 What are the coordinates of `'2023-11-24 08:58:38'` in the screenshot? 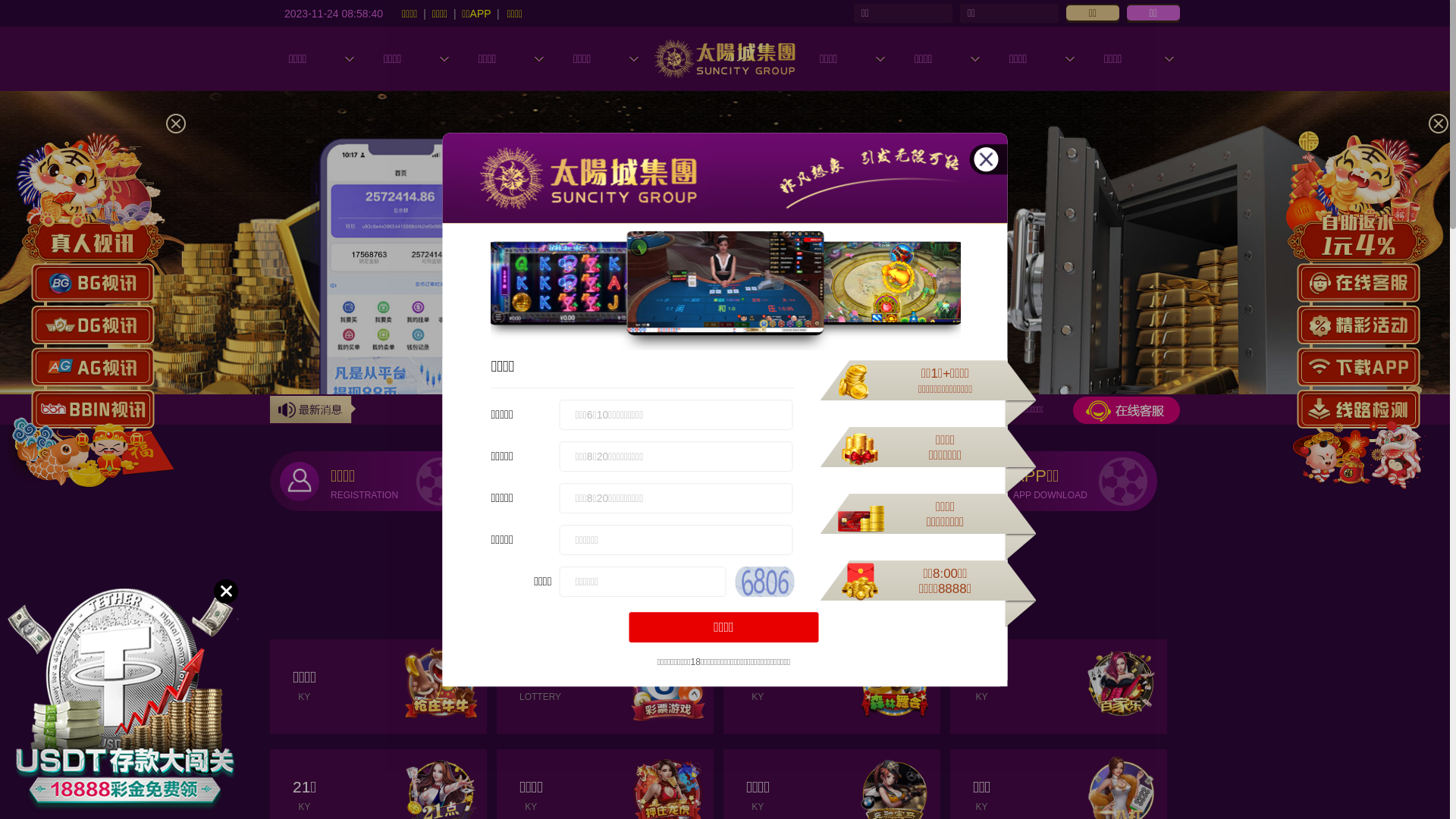 It's located at (333, 12).